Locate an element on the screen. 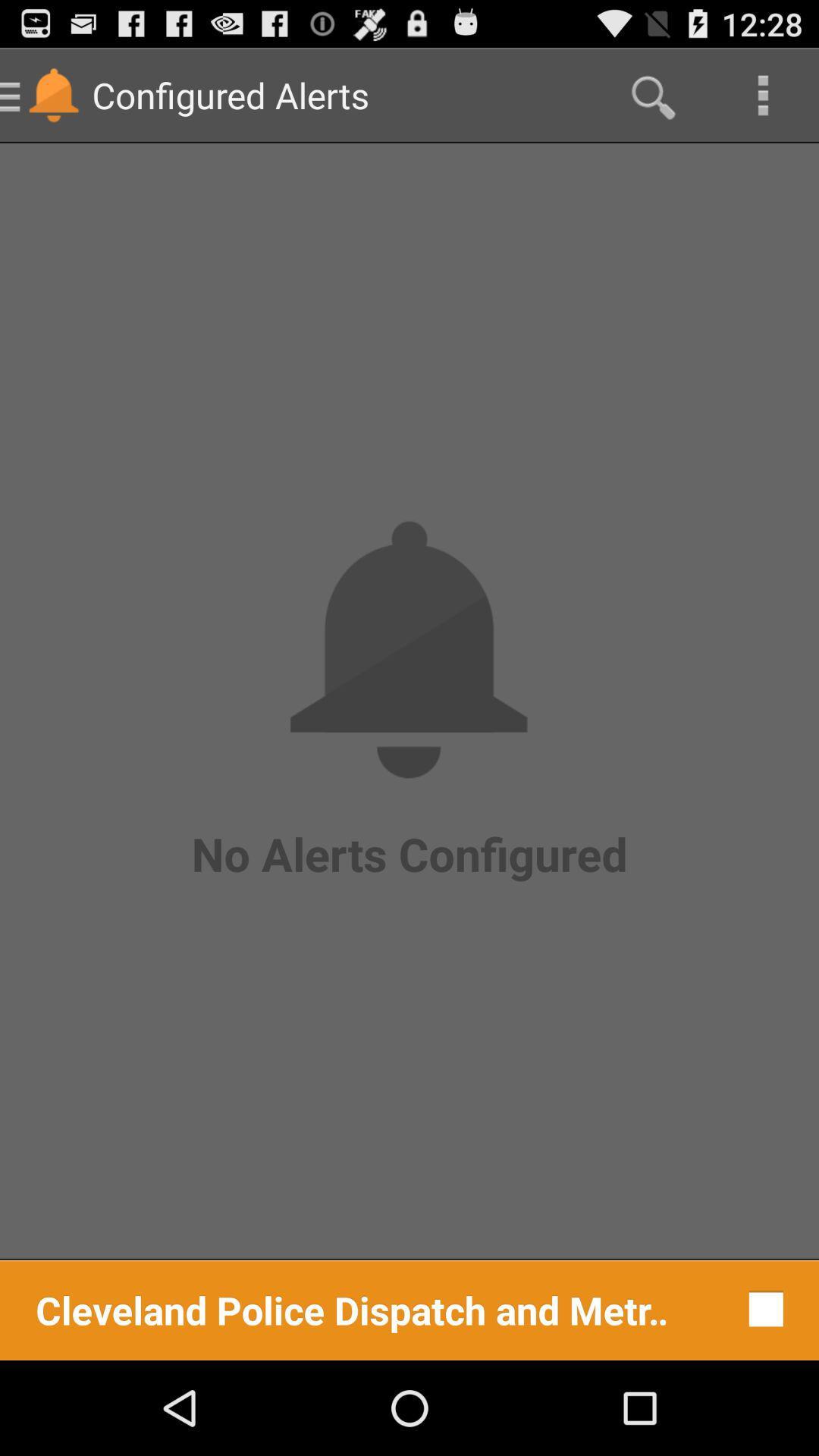 Image resolution: width=819 pixels, height=1456 pixels. the app below the no alerts configured item is located at coordinates (762, 1308).